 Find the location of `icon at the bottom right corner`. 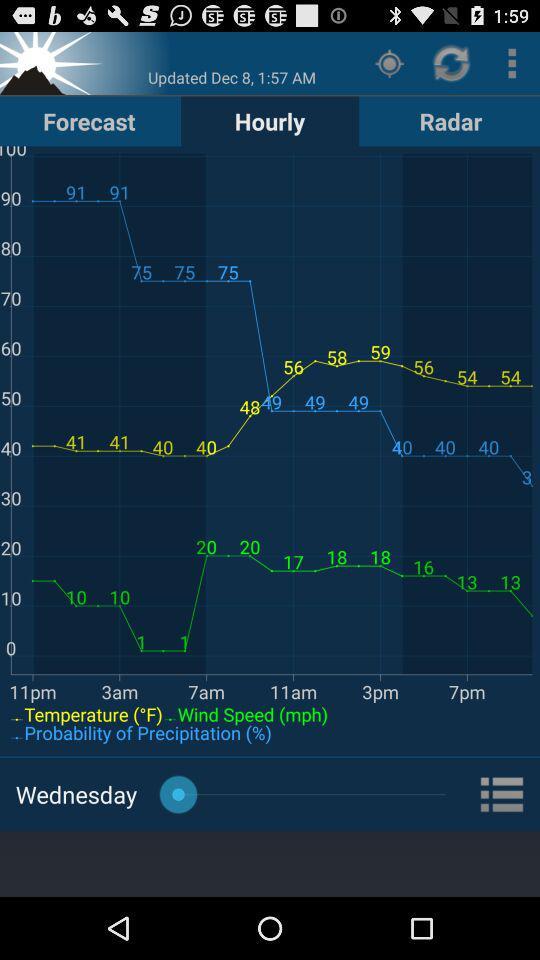

icon at the bottom right corner is located at coordinates (502, 794).